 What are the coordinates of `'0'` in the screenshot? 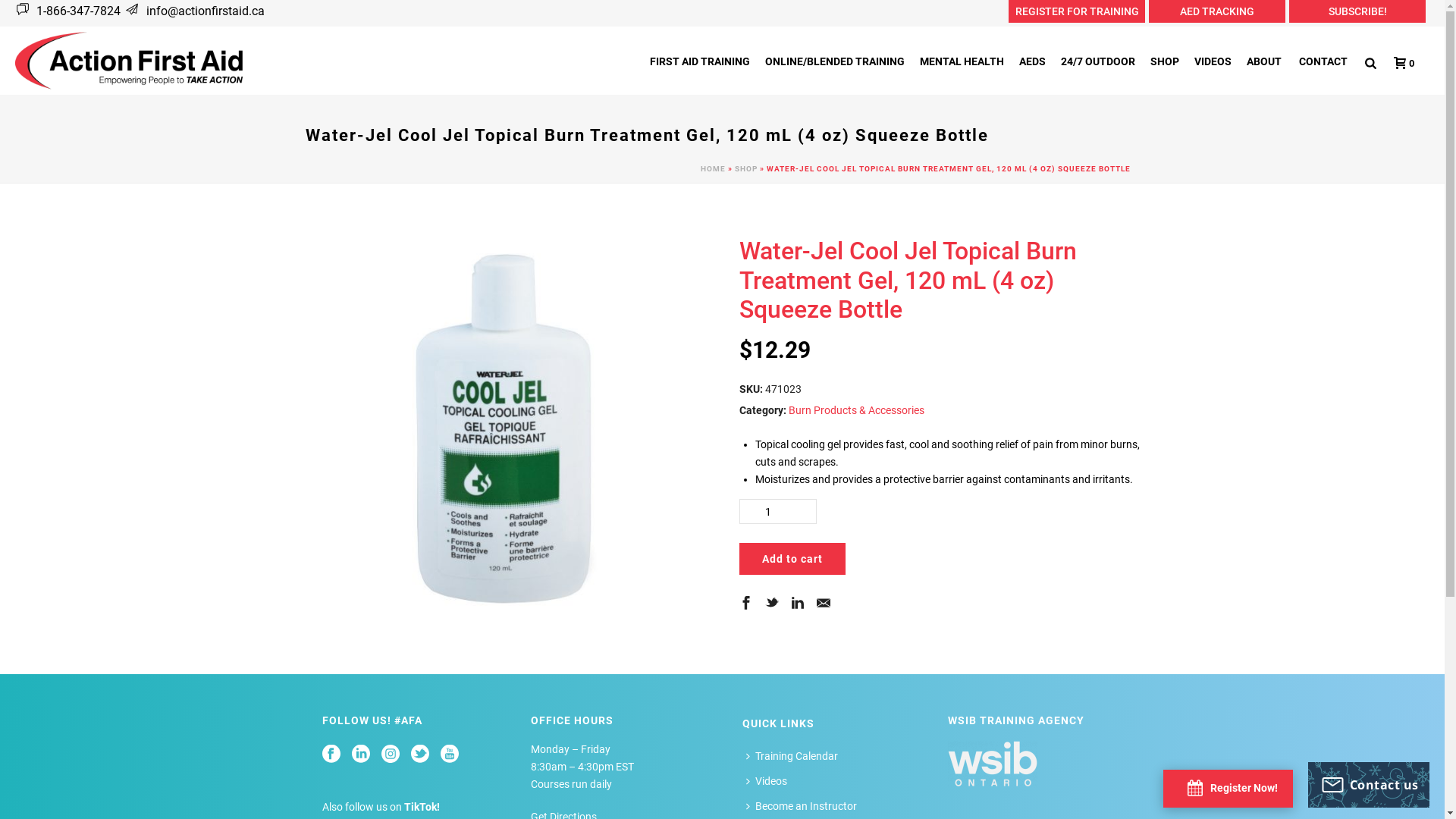 It's located at (1399, 62).